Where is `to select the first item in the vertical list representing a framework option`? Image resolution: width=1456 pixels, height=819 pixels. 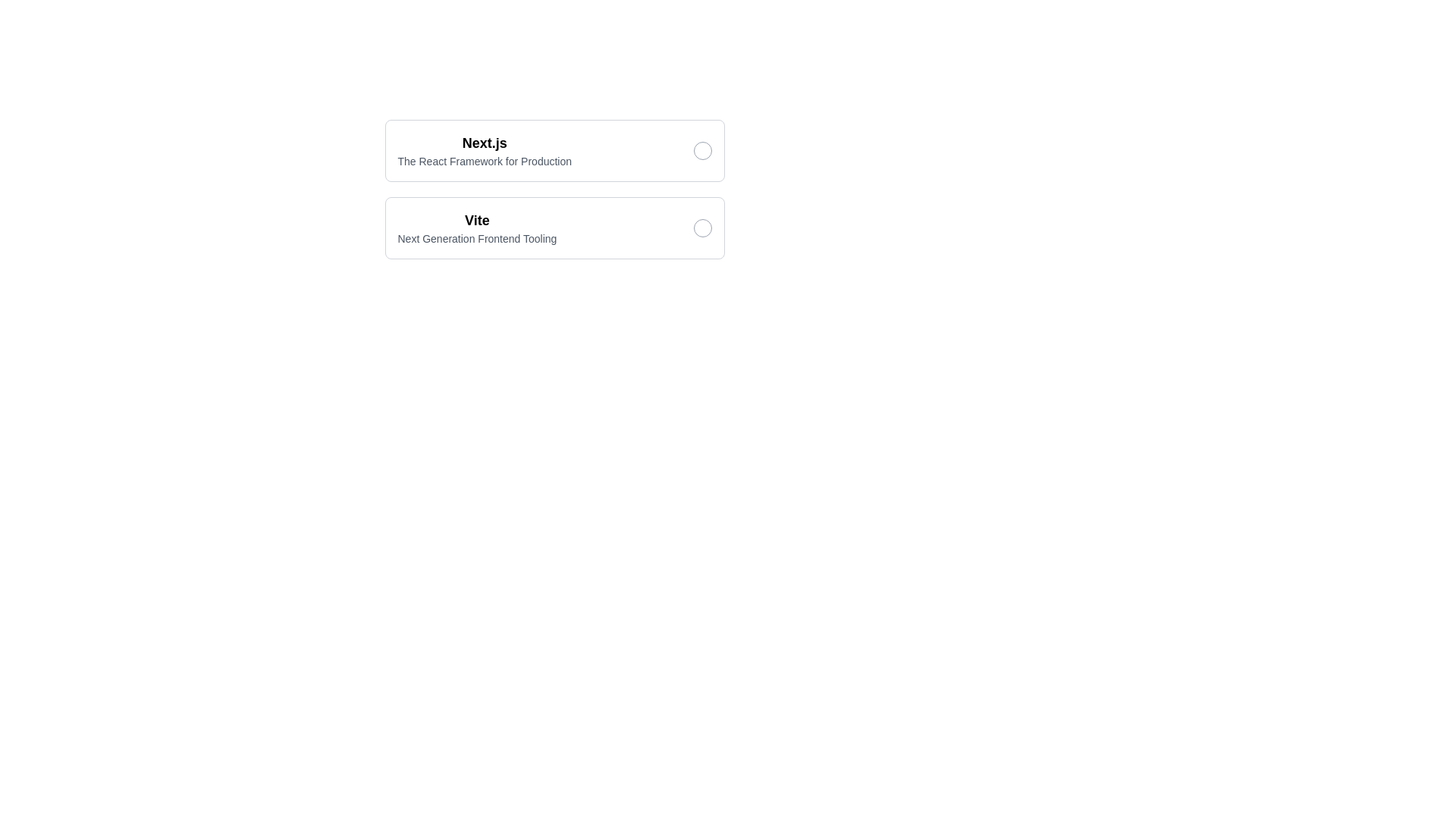
to select the first item in the vertical list representing a framework option is located at coordinates (554, 151).